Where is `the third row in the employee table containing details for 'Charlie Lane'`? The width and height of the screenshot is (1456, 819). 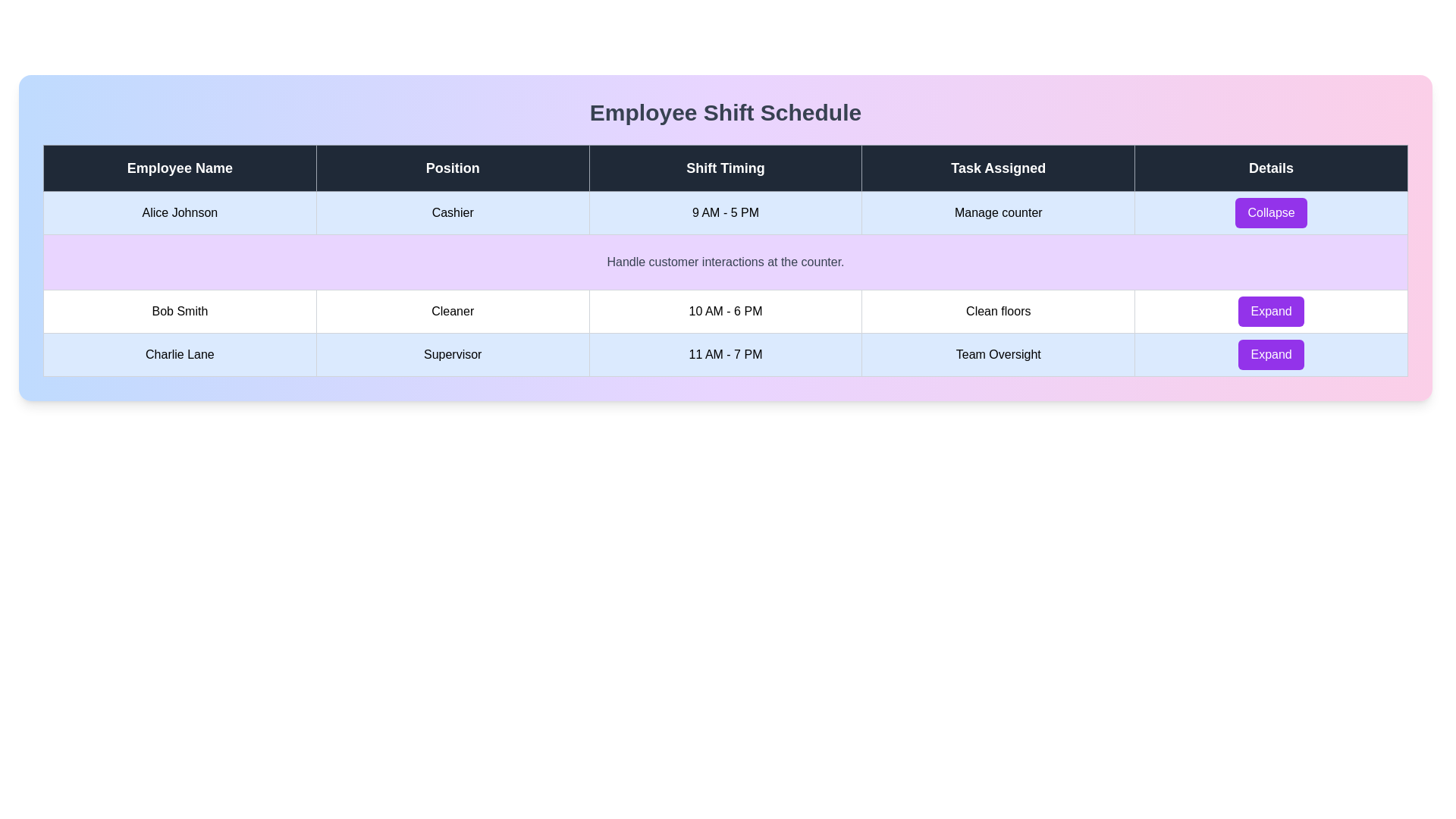 the third row in the employee table containing details for 'Charlie Lane' is located at coordinates (724, 354).